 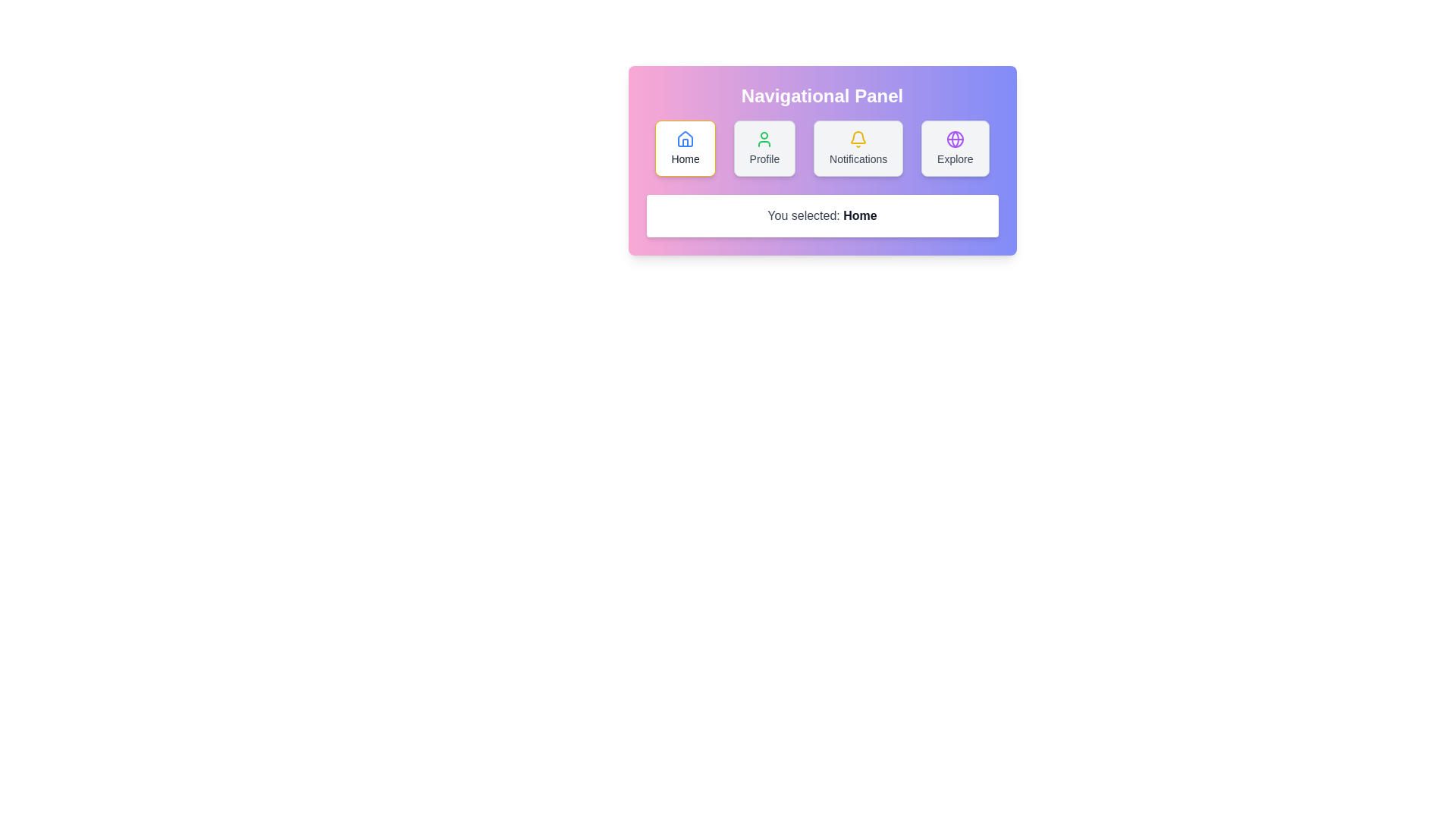 What do you see at coordinates (860, 215) in the screenshot?
I see `the bold text label displaying 'Home' in black font, which is located within a white box under the 'Navigational Panel'` at bounding box center [860, 215].